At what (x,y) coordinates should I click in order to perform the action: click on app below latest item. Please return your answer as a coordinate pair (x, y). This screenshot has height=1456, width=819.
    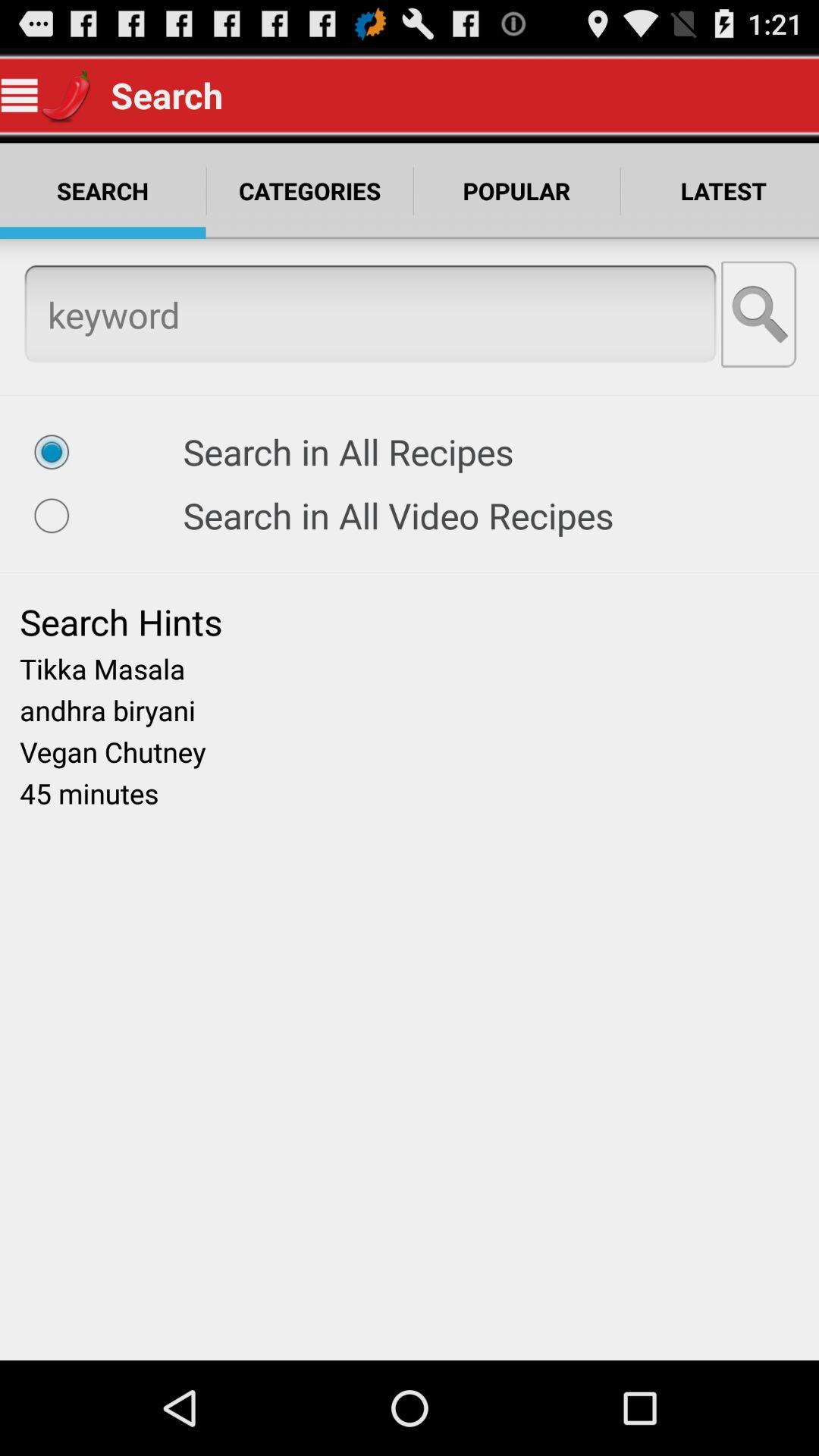
    Looking at the image, I should click on (760, 313).